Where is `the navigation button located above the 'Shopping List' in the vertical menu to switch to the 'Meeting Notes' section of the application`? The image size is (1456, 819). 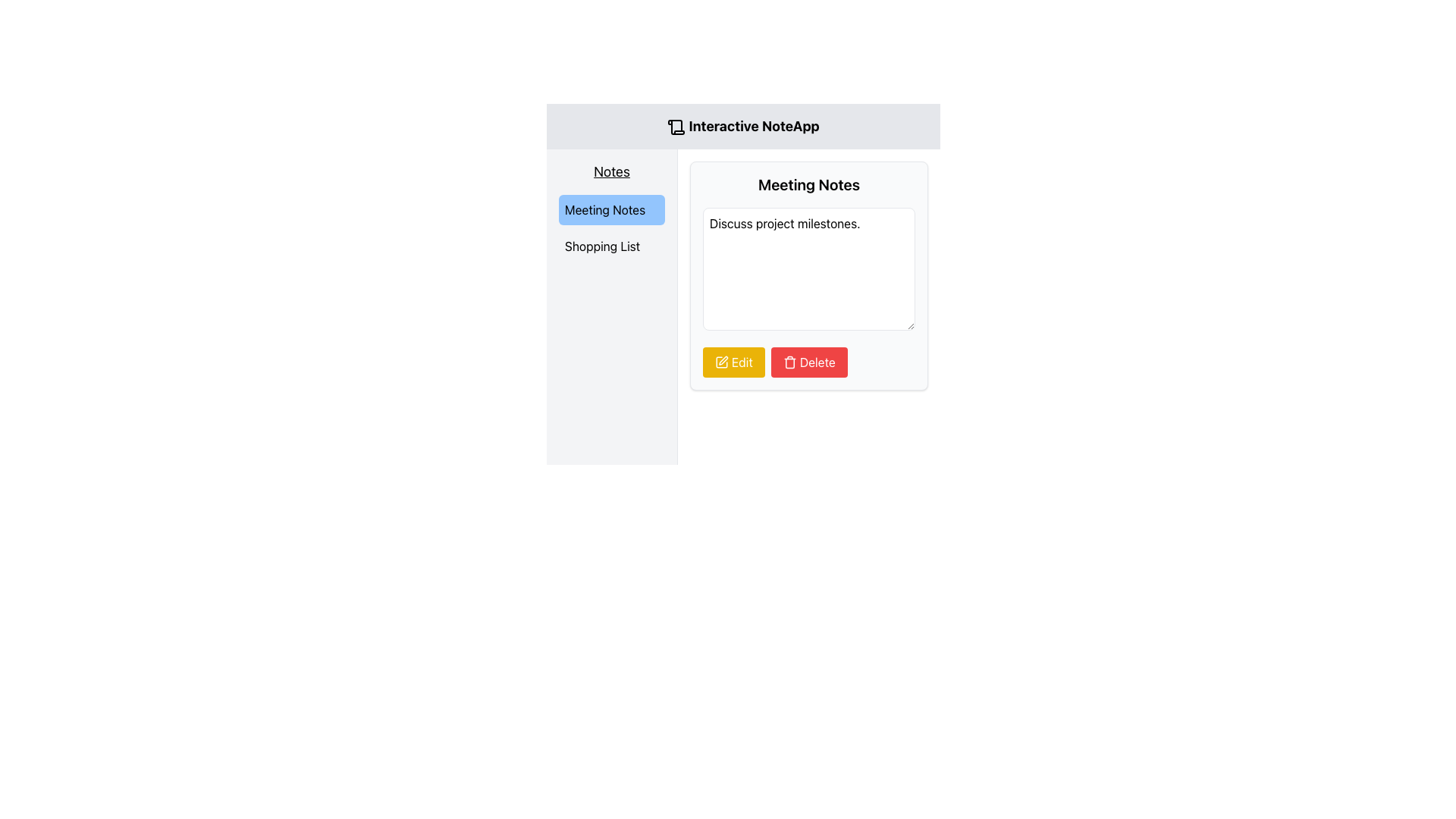
the navigation button located above the 'Shopping List' in the vertical menu to switch to the 'Meeting Notes' section of the application is located at coordinates (611, 210).